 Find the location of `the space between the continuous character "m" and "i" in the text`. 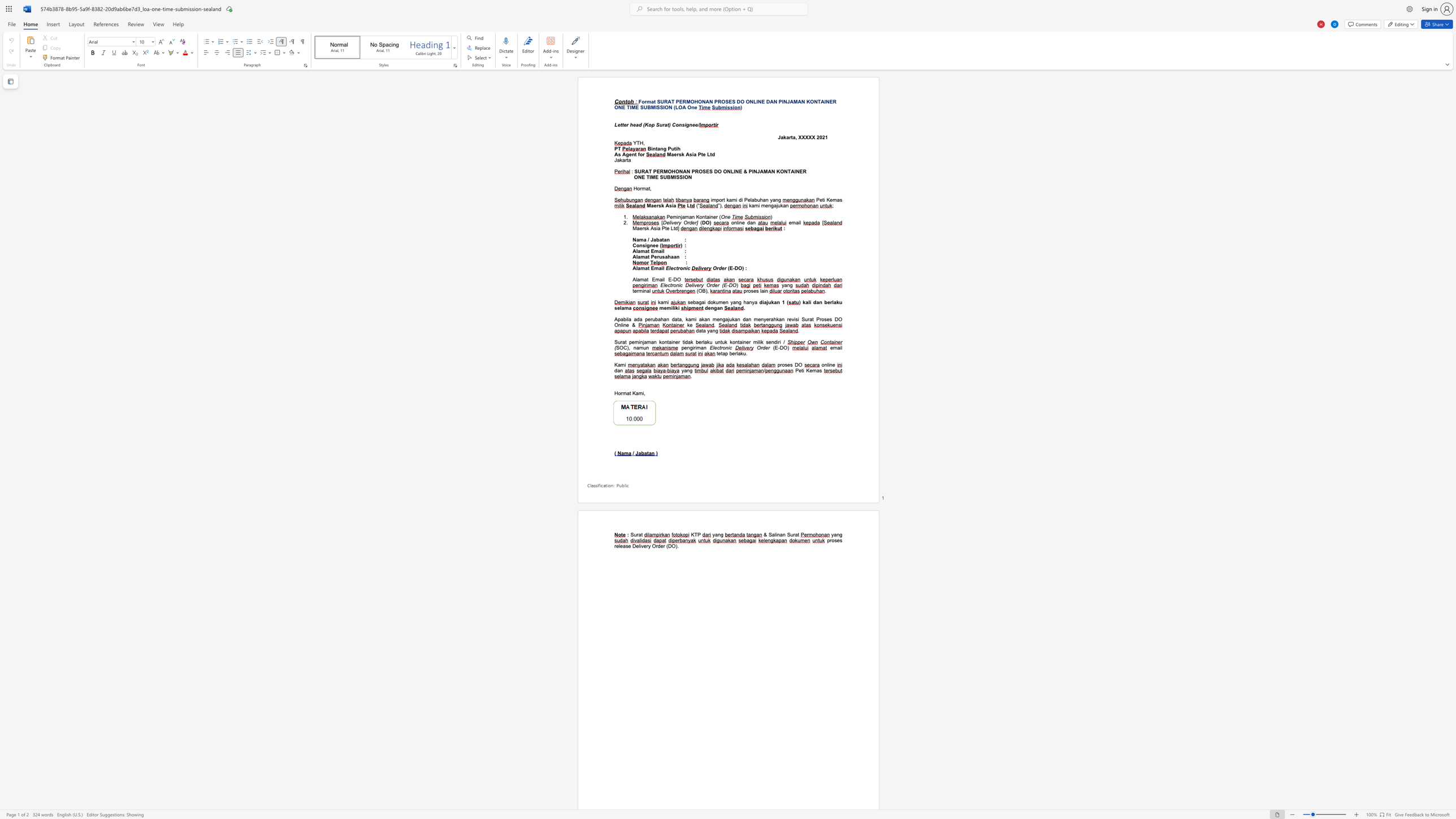

the space between the continuous character "m" and "i" in the text is located at coordinates (670, 307).